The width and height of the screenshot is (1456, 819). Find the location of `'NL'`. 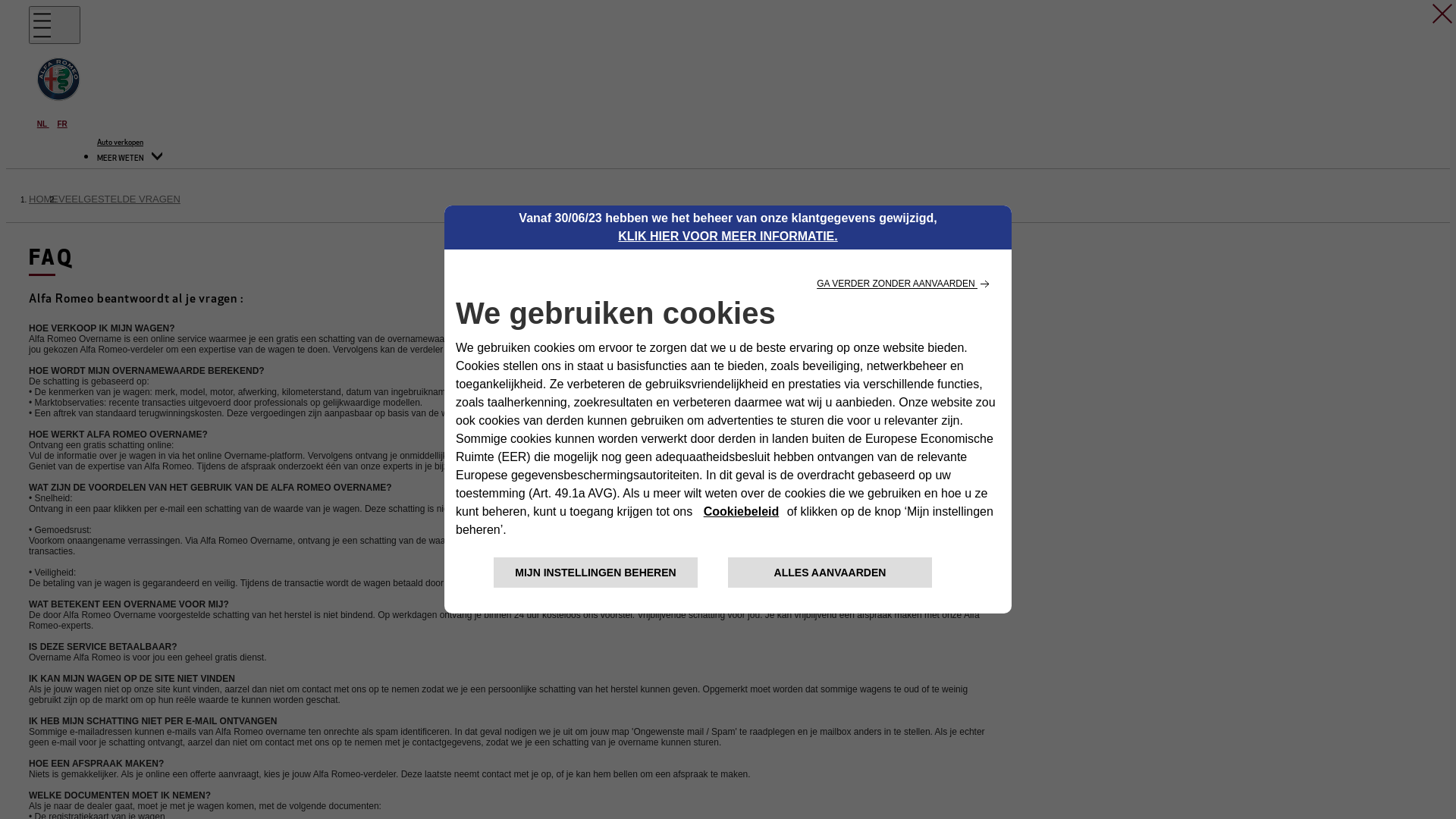

'NL' is located at coordinates (43, 123).